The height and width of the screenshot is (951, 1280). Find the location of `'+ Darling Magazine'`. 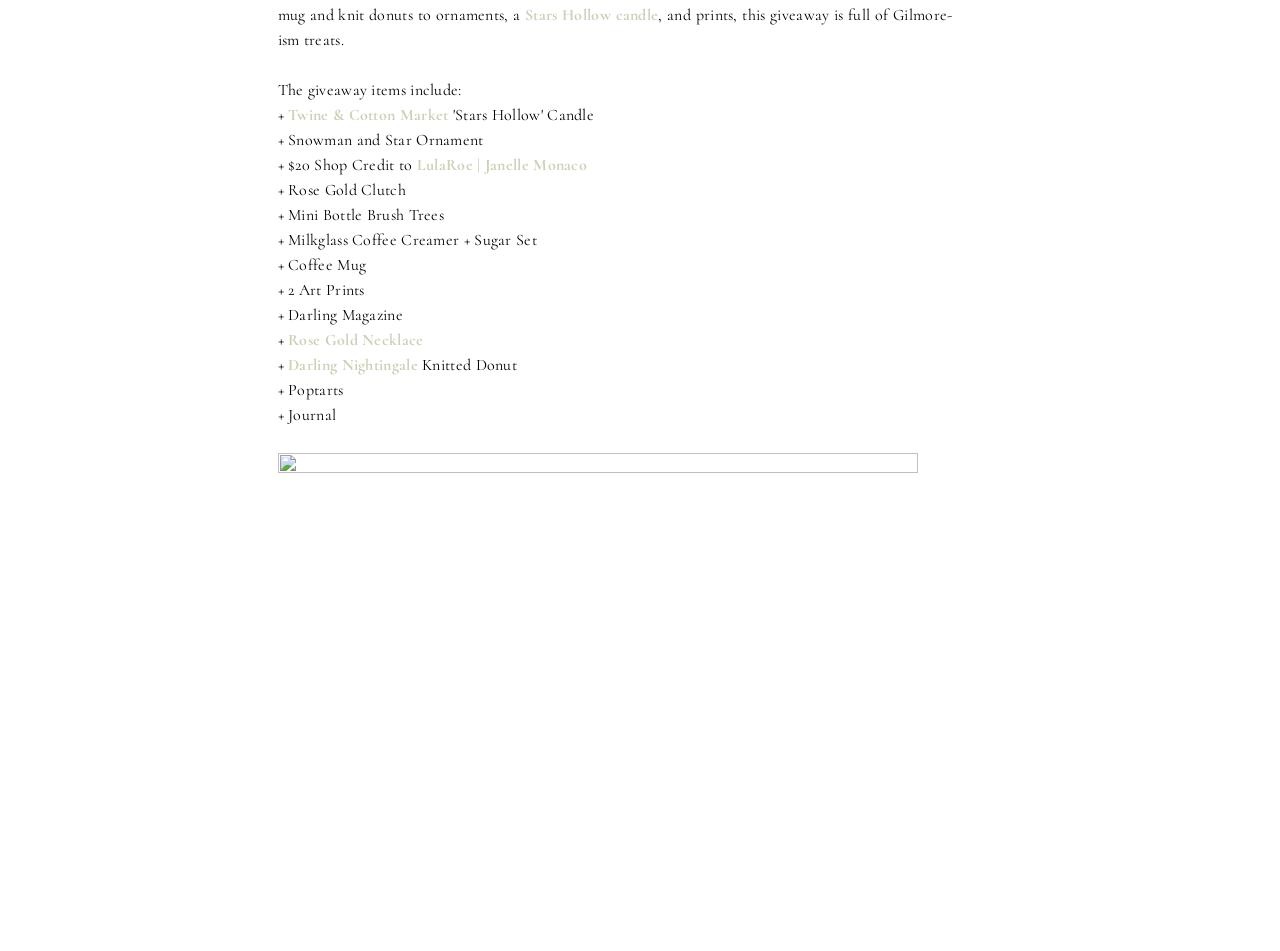

'+ Darling Magazine' is located at coordinates (339, 314).